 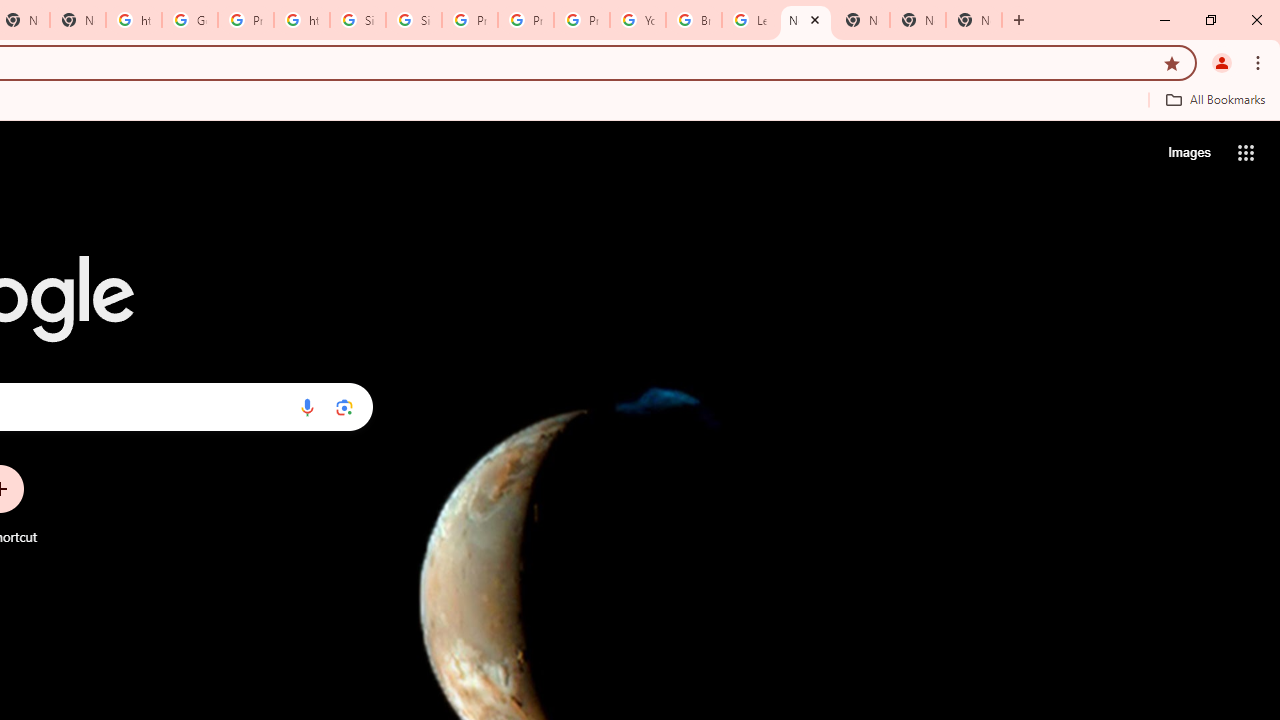 What do you see at coordinates (468, 20) in the screenshot?
I see `'Privacy Help Center - Policies Help'` at bounding box center [468, 20].